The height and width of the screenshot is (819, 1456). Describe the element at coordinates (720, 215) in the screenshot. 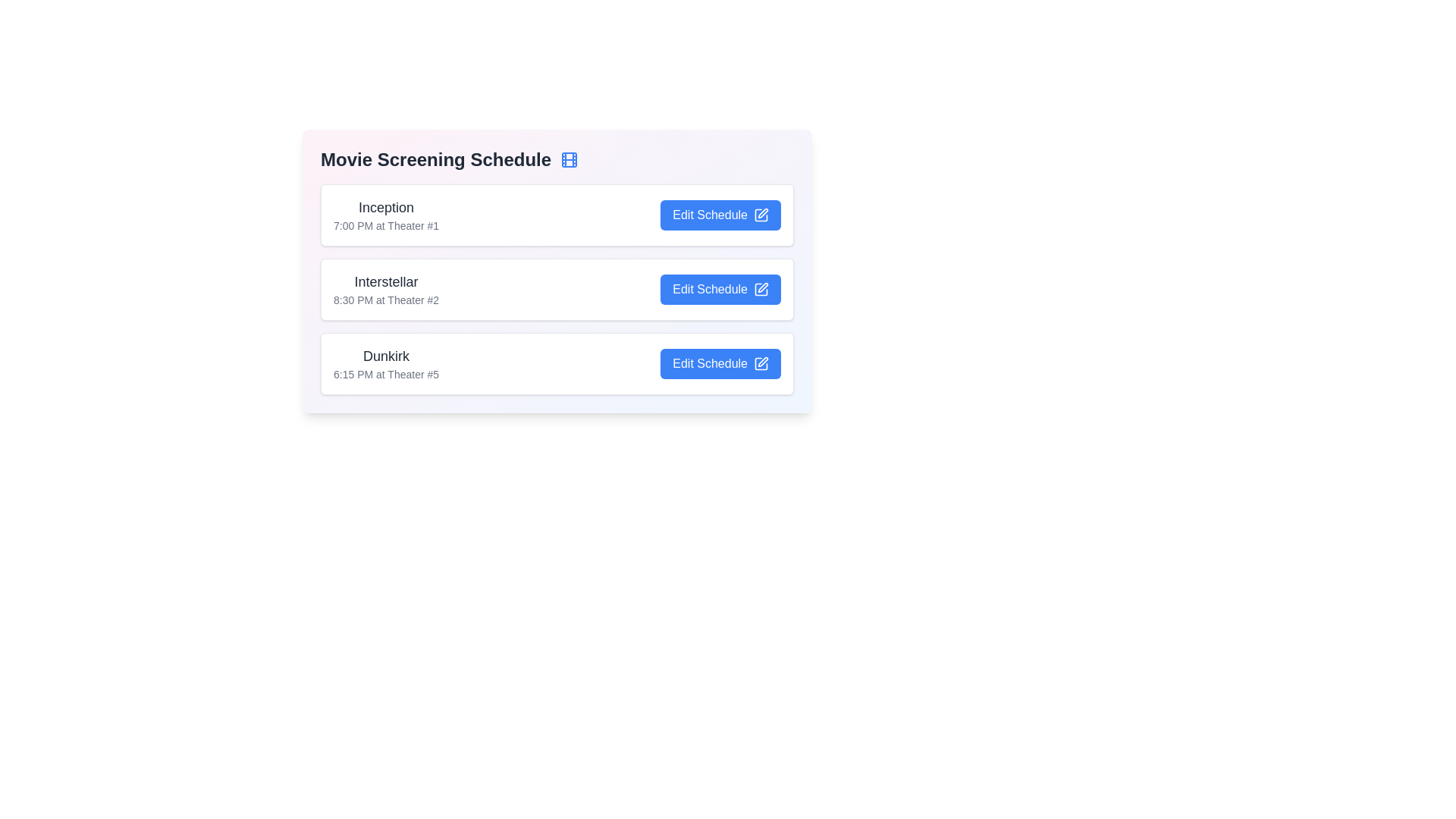

I see `the 'Edit Schedule' button for the movie titled Inception` at that location.